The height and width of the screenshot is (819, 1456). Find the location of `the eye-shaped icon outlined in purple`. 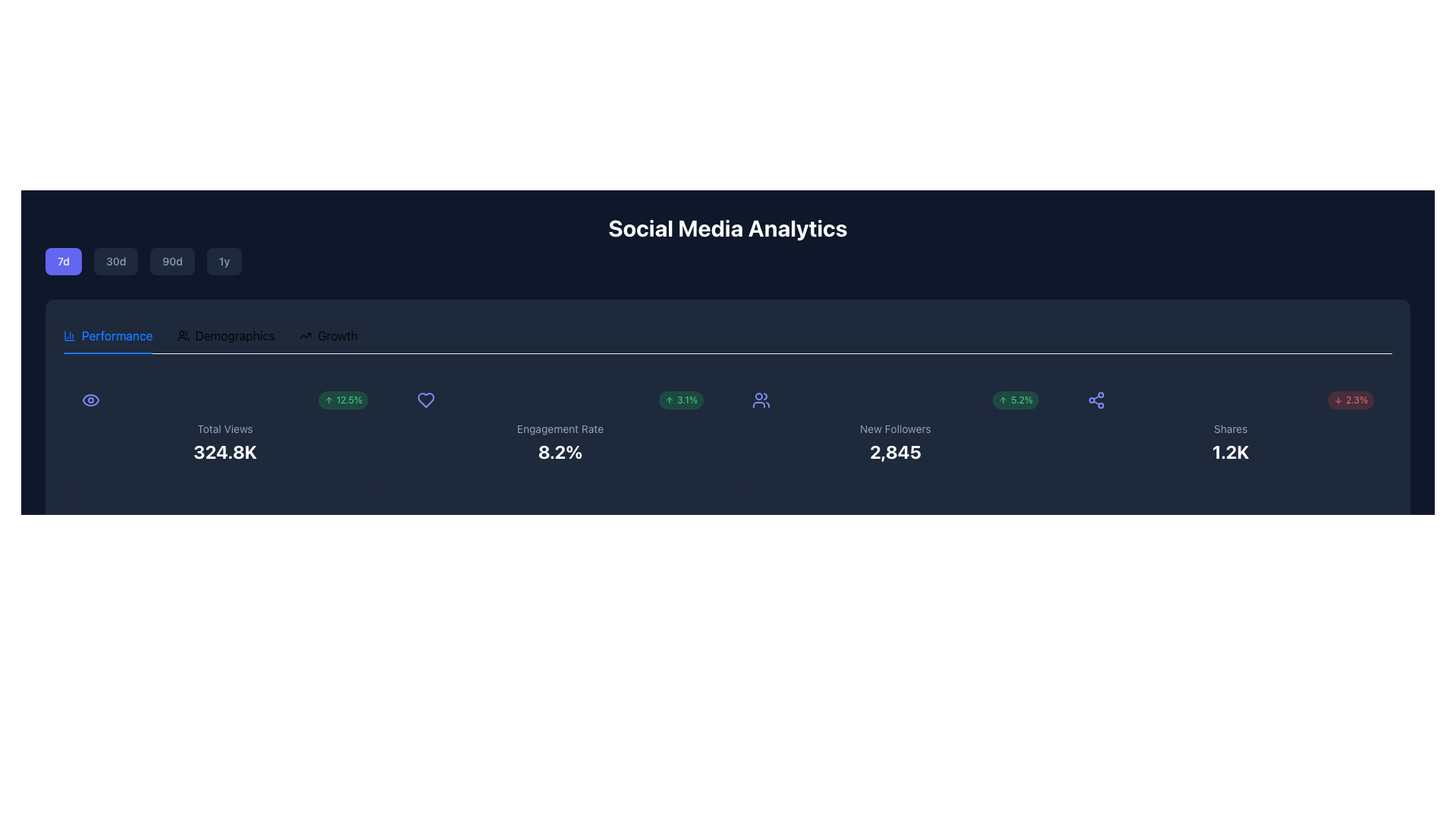

the eye-shaped icon outlined in purple is located at coordinates (90, 400).